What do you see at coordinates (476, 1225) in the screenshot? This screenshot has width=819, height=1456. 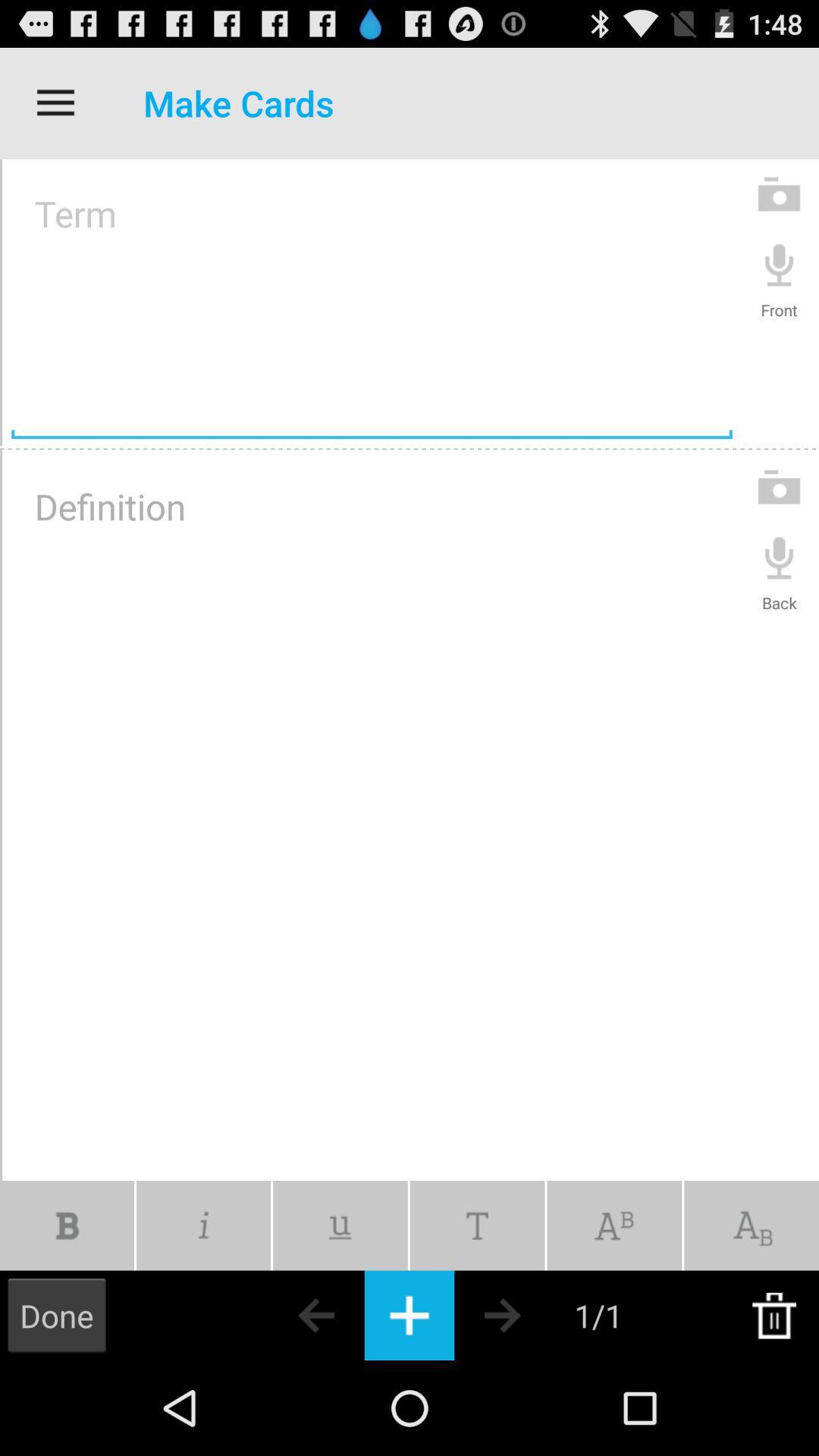 I see `change text font for cards` at bounding box center [476, 1225].